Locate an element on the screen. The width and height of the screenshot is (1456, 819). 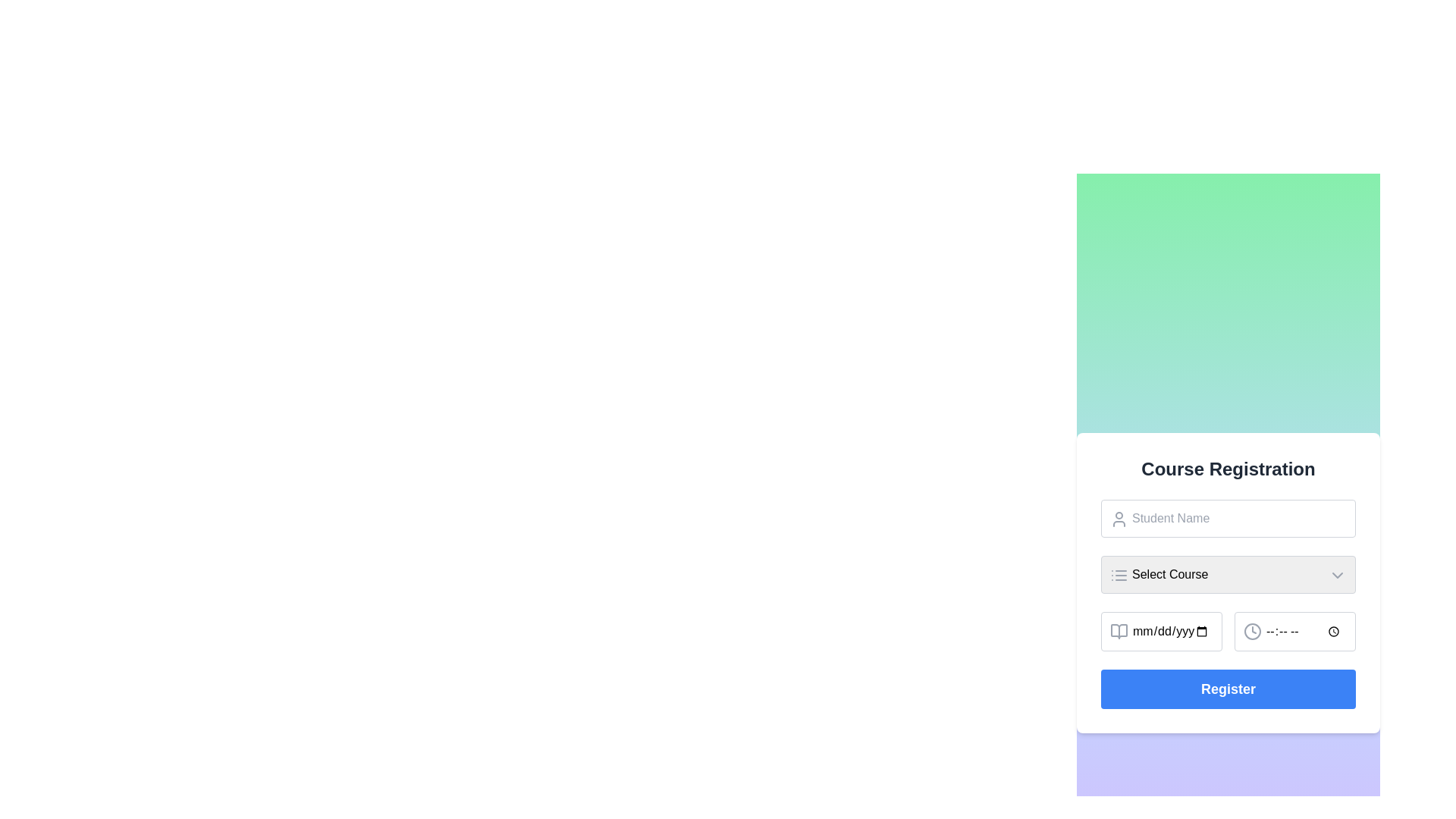
the open book icon with a gray outline, located to the left of the 'mm/dd/yyyy' text field in the course registration form is located at coordinates (1119, 632).